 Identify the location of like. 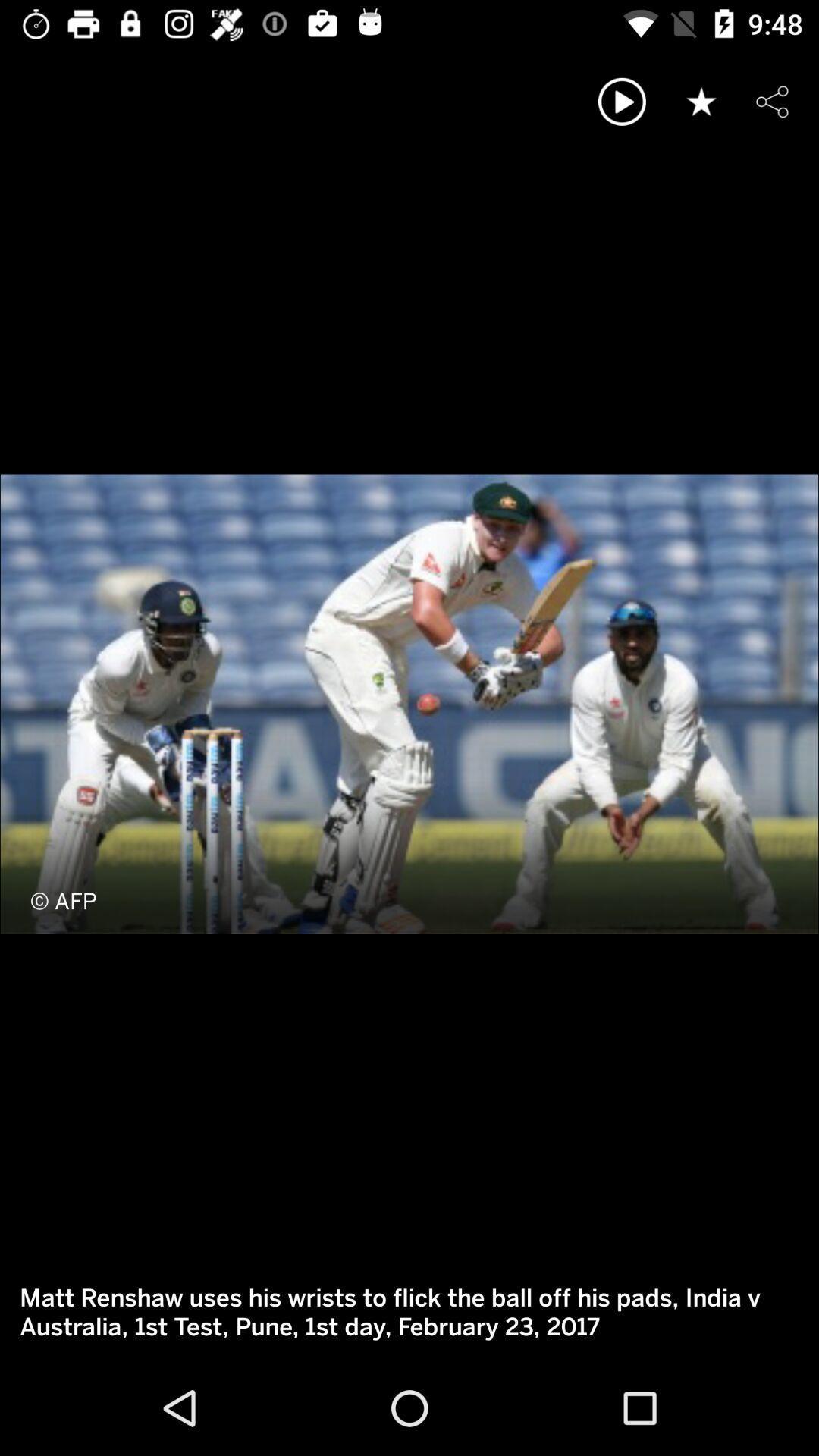
(701, 100).